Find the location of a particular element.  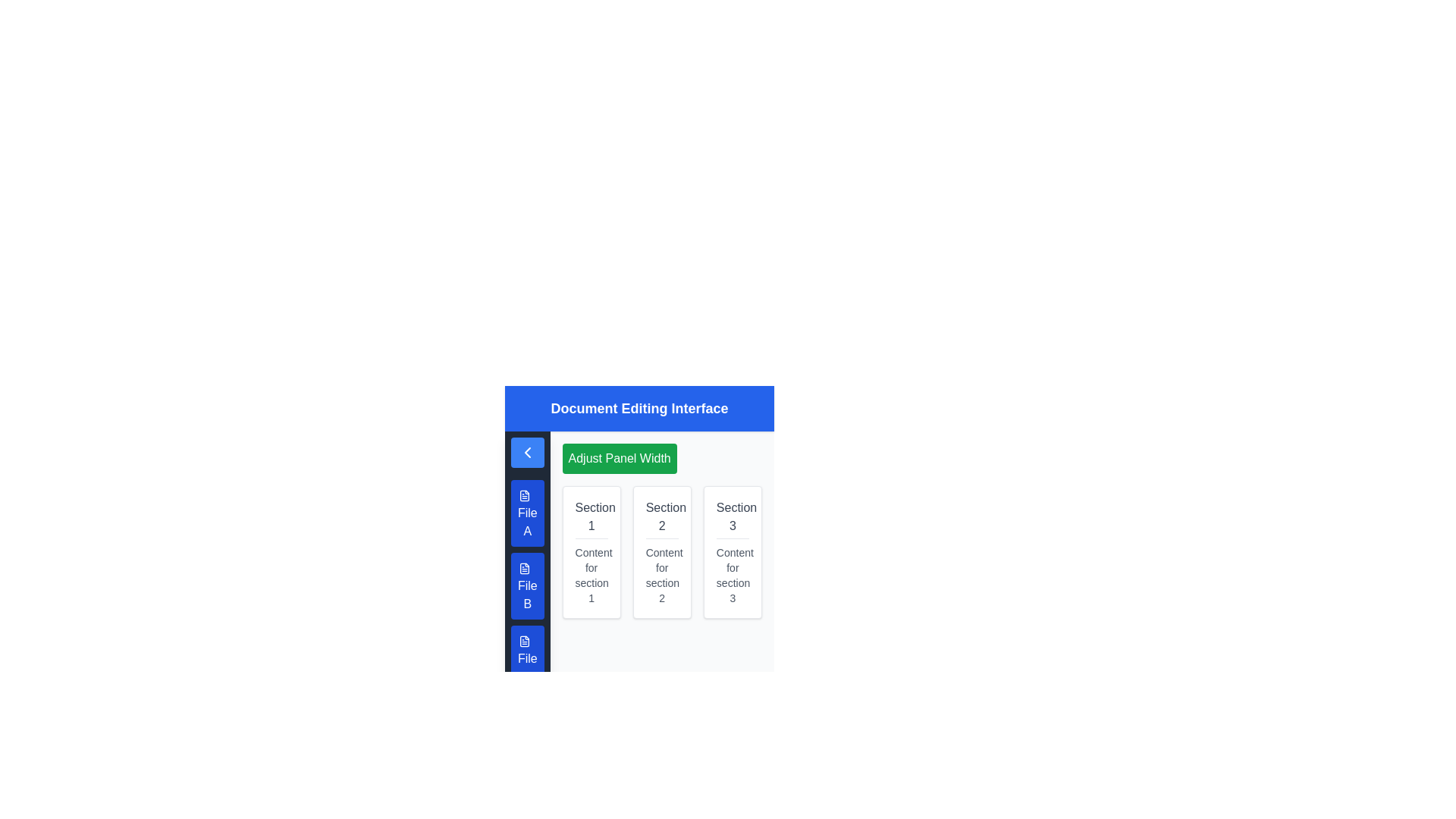

the Text label at the top of the first card, which serves as a title or header for the card, located centrally below the green button labeled 'Adjust Panel Width' is located at coordinates (591, 518).